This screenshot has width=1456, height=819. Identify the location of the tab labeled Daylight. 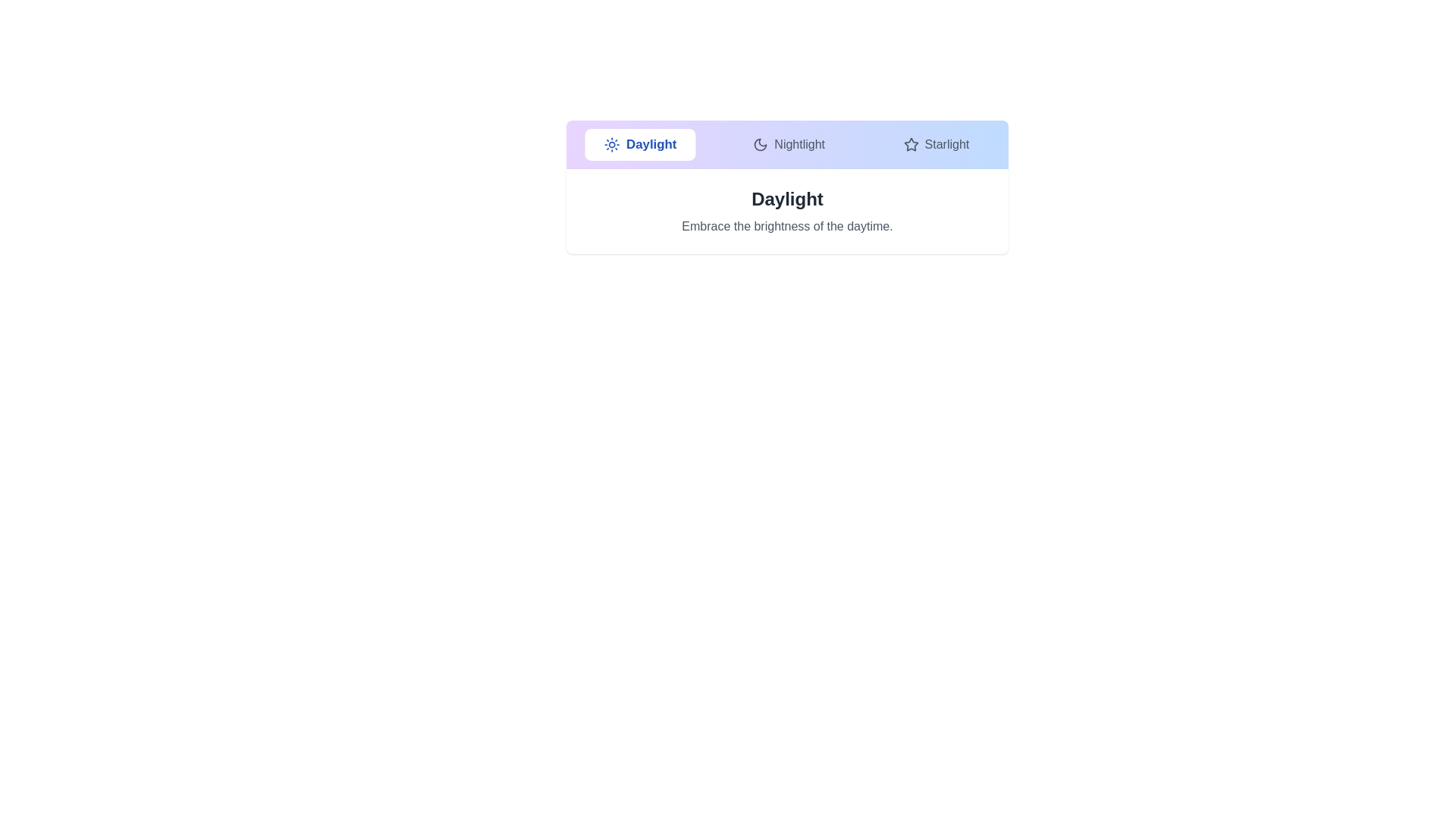
(640, 145).